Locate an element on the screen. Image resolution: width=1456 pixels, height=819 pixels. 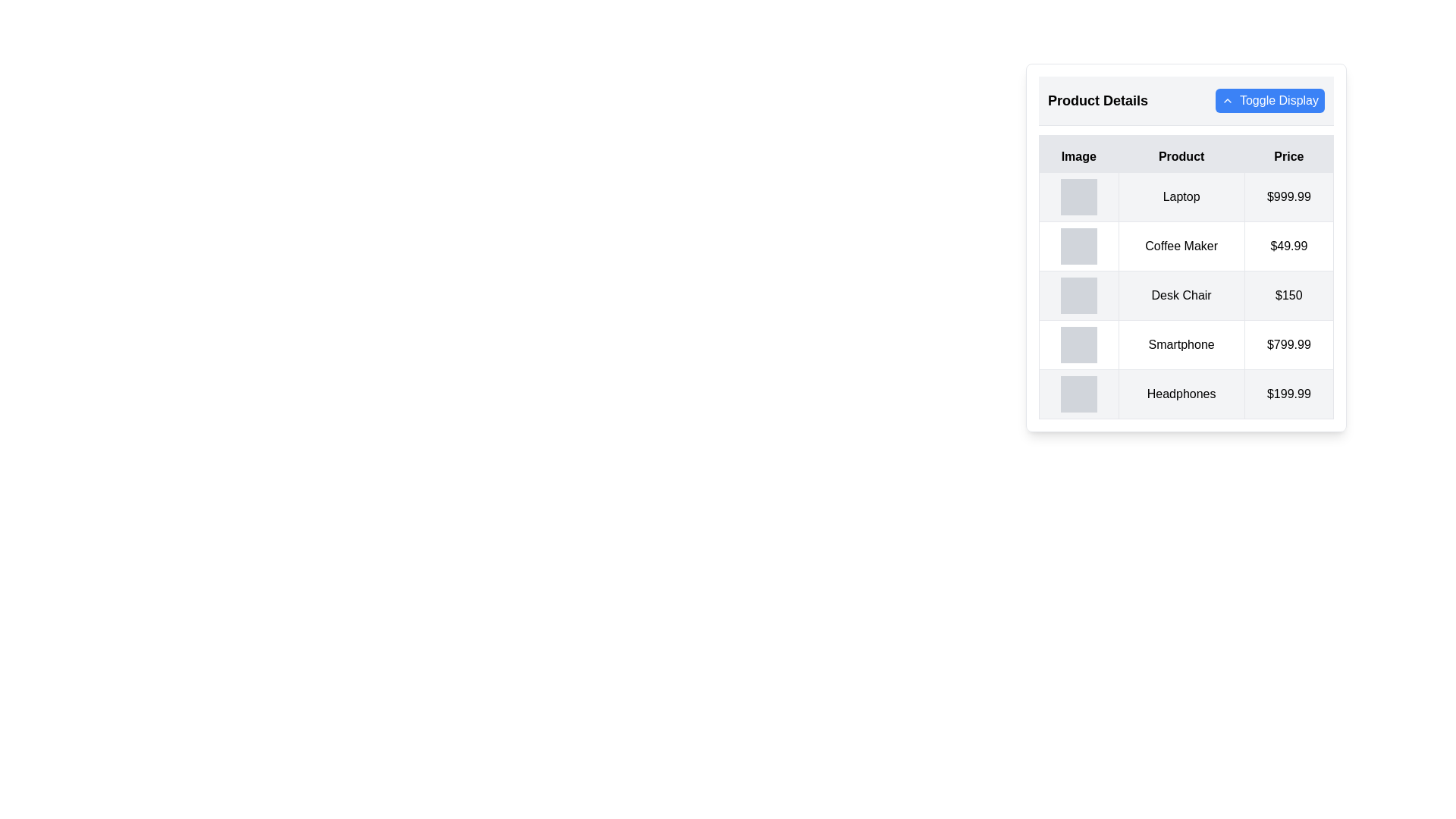
the numeric price label displaying '$49.99' for the Coffee Maker in the multi-column table is located at coordinates (1288, 245).